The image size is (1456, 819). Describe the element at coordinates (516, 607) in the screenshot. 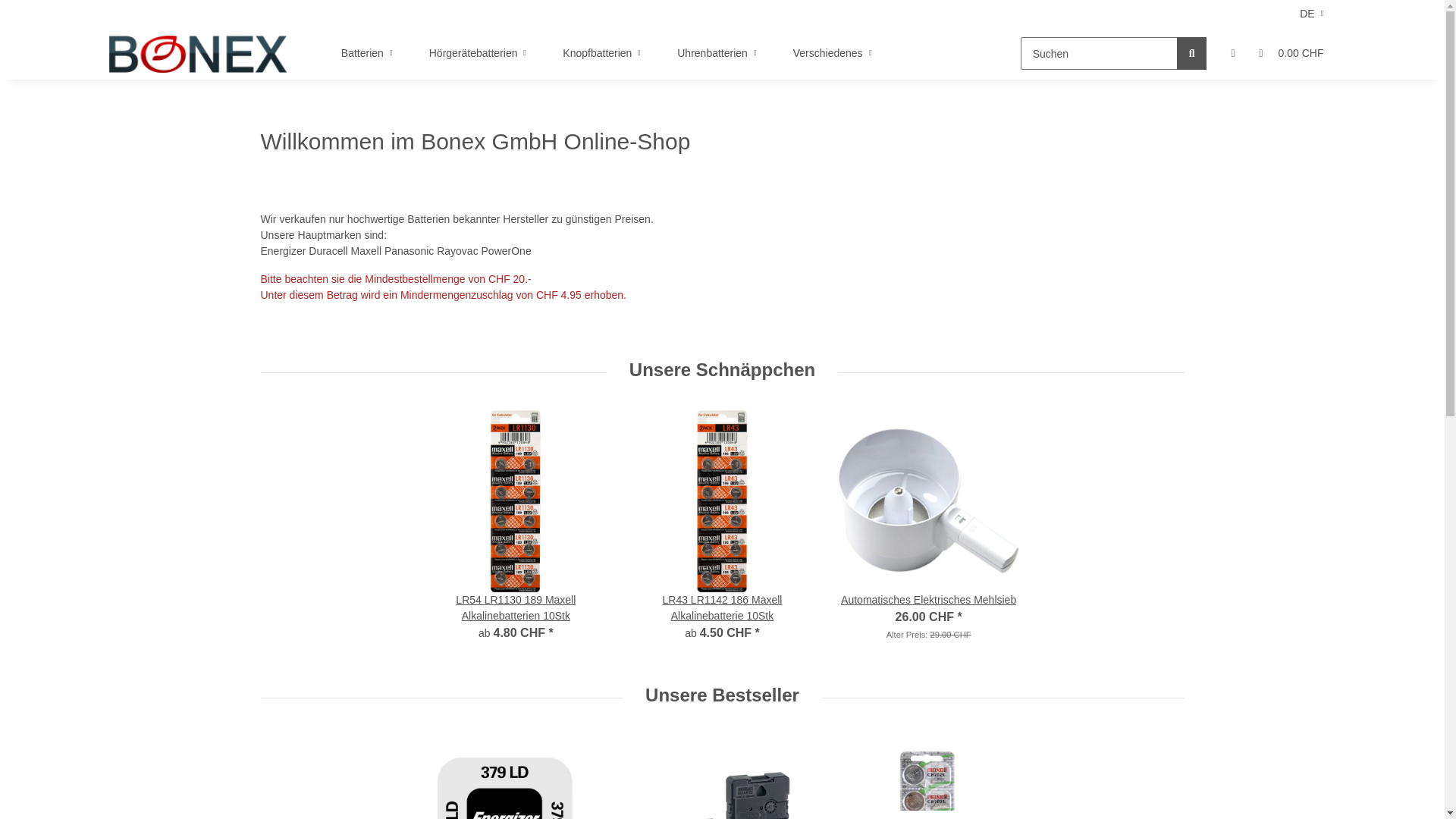

I see `'LR54 LR1130 189 Maxell Alkalinebatterien 10Stk'` at that location.